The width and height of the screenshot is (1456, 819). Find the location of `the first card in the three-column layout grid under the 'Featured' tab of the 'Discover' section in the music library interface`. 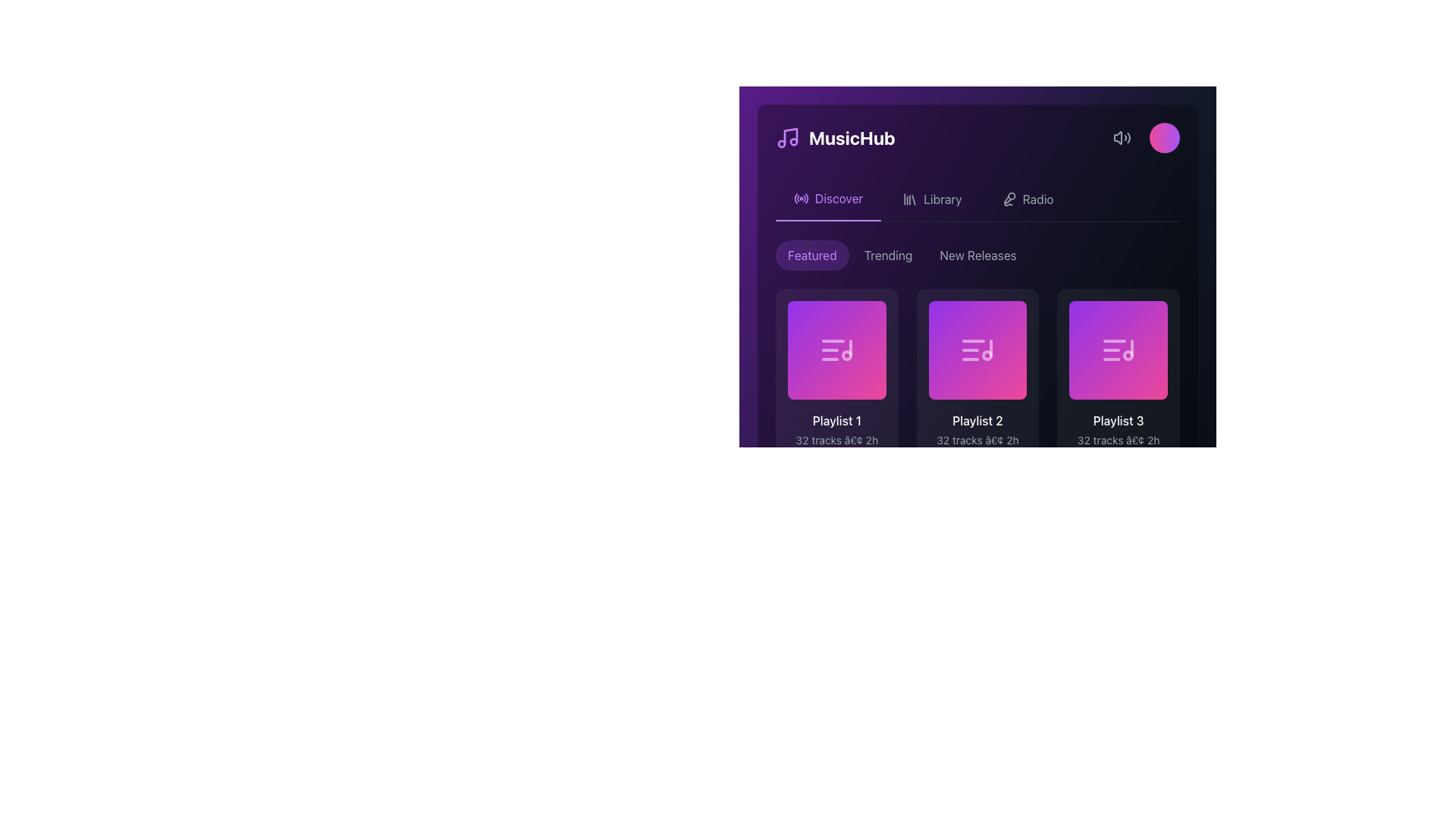

the first card in the three-column layout grid under the 'Featured' tab of the 'Discover' section in the music library interface is located at coordinates (836, 394).